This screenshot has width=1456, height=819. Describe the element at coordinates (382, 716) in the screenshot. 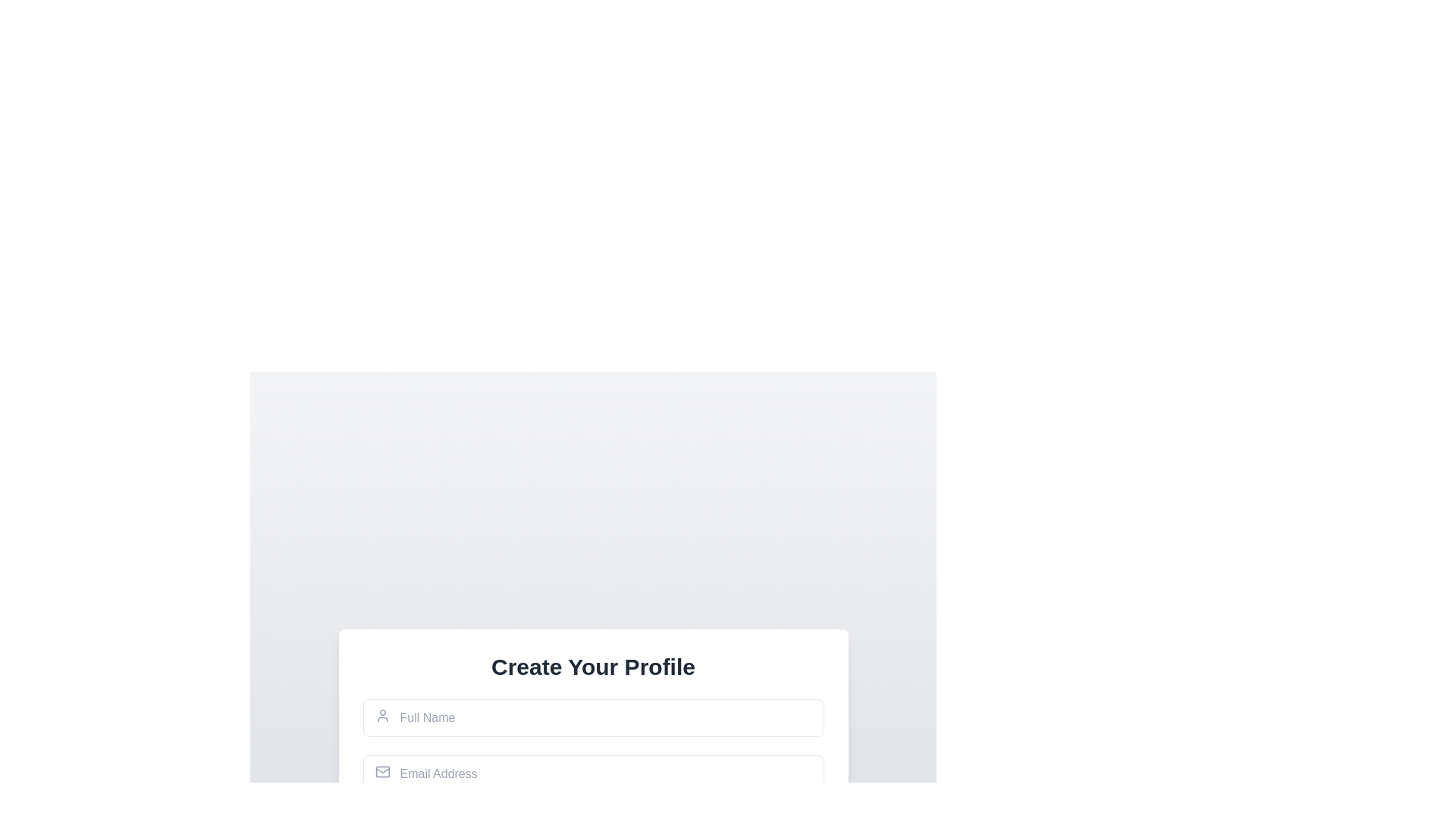

I see `the user profile icon, which resembles the outline of a person and is located at the left boundary inside the 'Full Name' input field in the user profile creation form` at that location.